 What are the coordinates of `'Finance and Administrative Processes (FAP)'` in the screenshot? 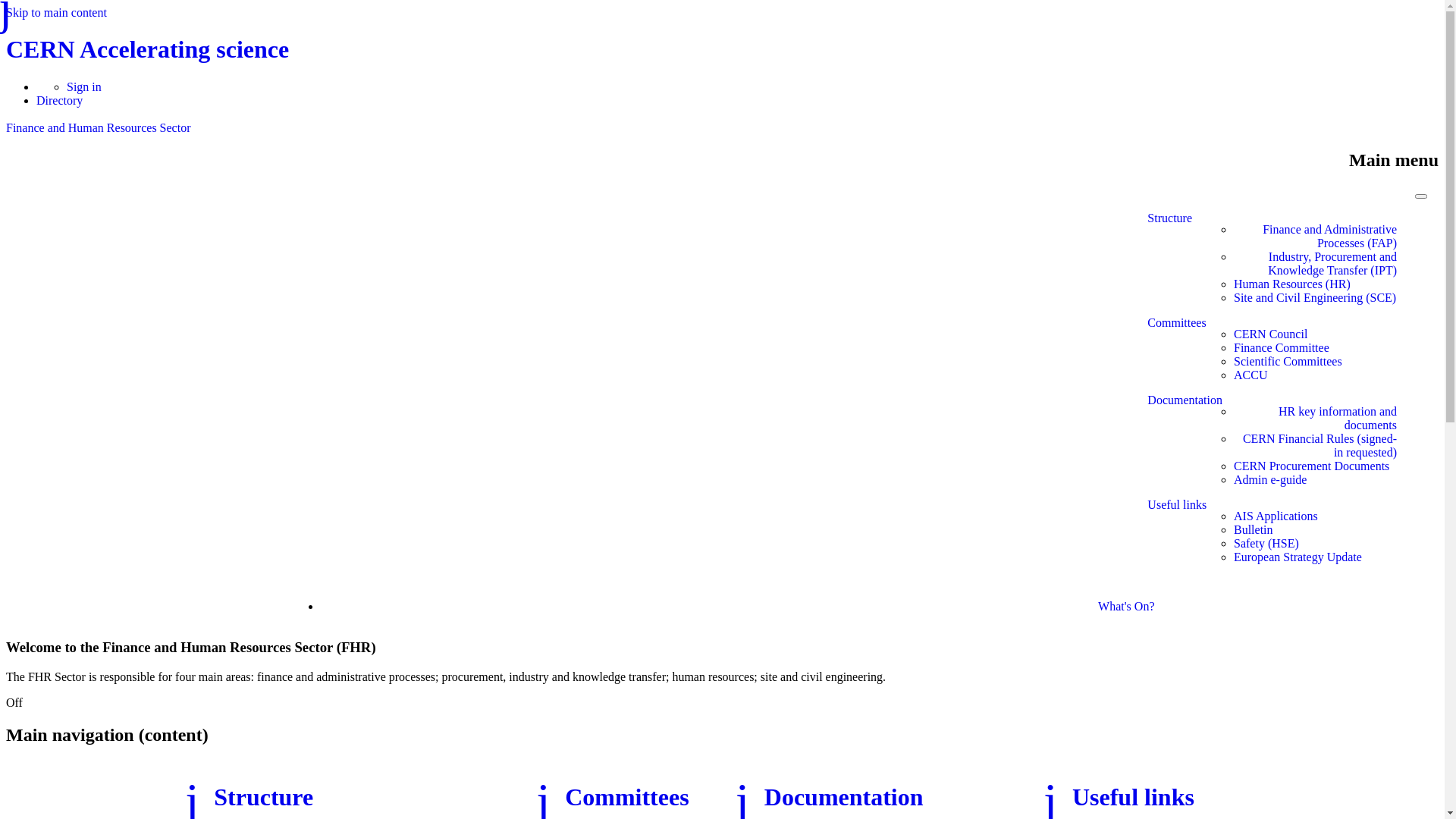 It's located at (1234, 237).